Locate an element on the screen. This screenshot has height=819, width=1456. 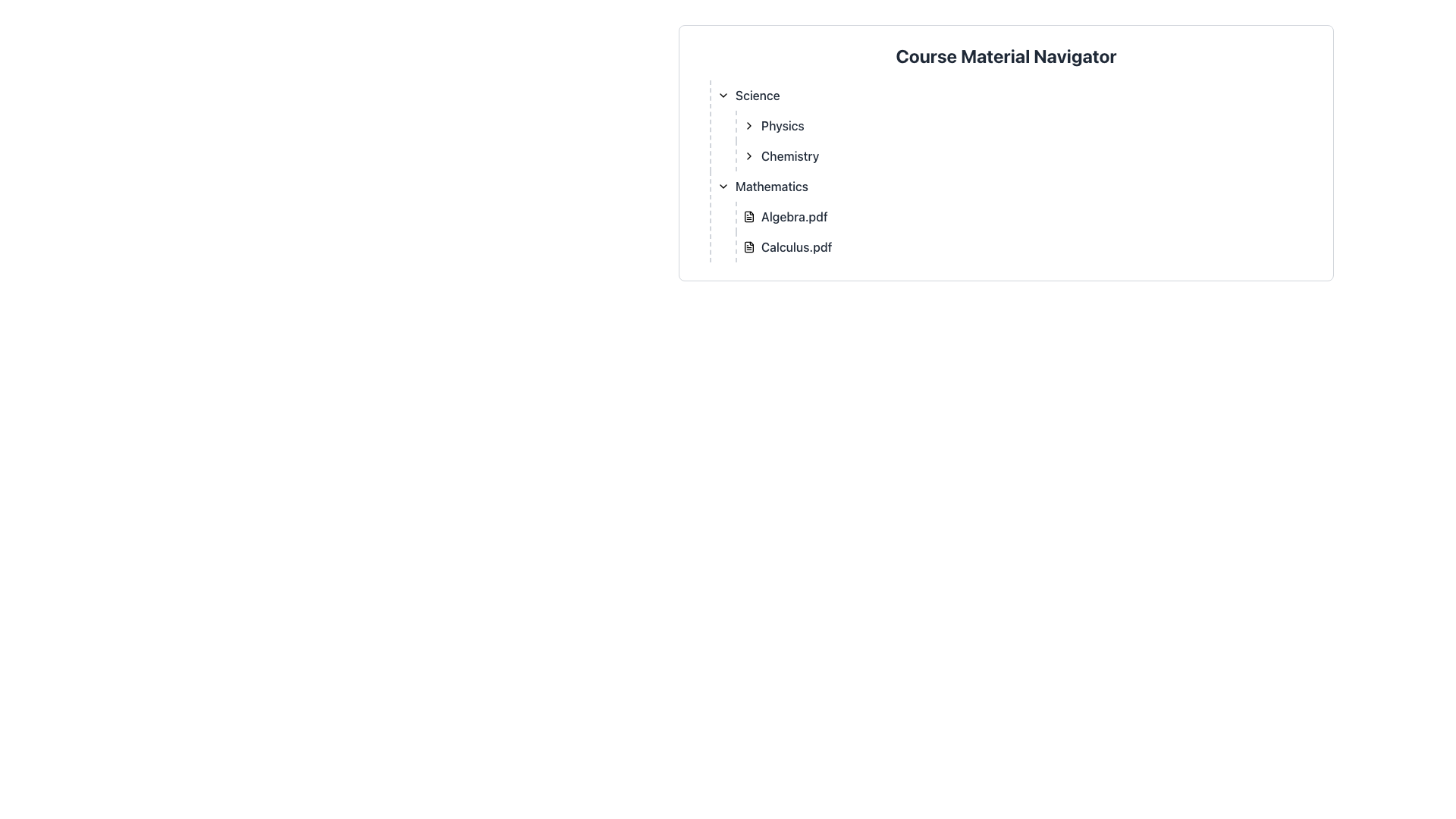
the chevron icon is located at coordinates (749, 155).